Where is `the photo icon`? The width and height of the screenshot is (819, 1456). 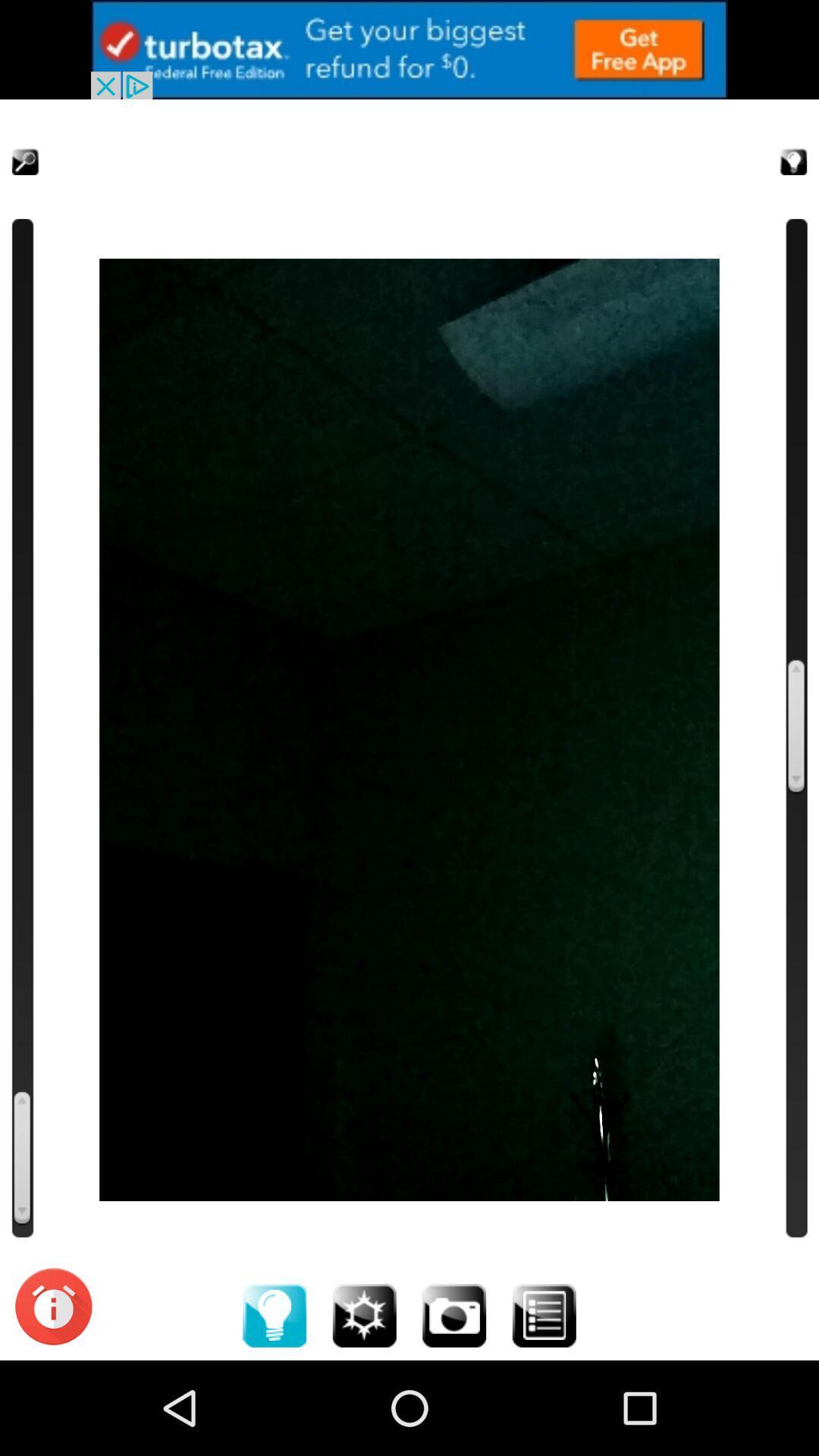 the photo icon is located at coordinates (453, 1407).